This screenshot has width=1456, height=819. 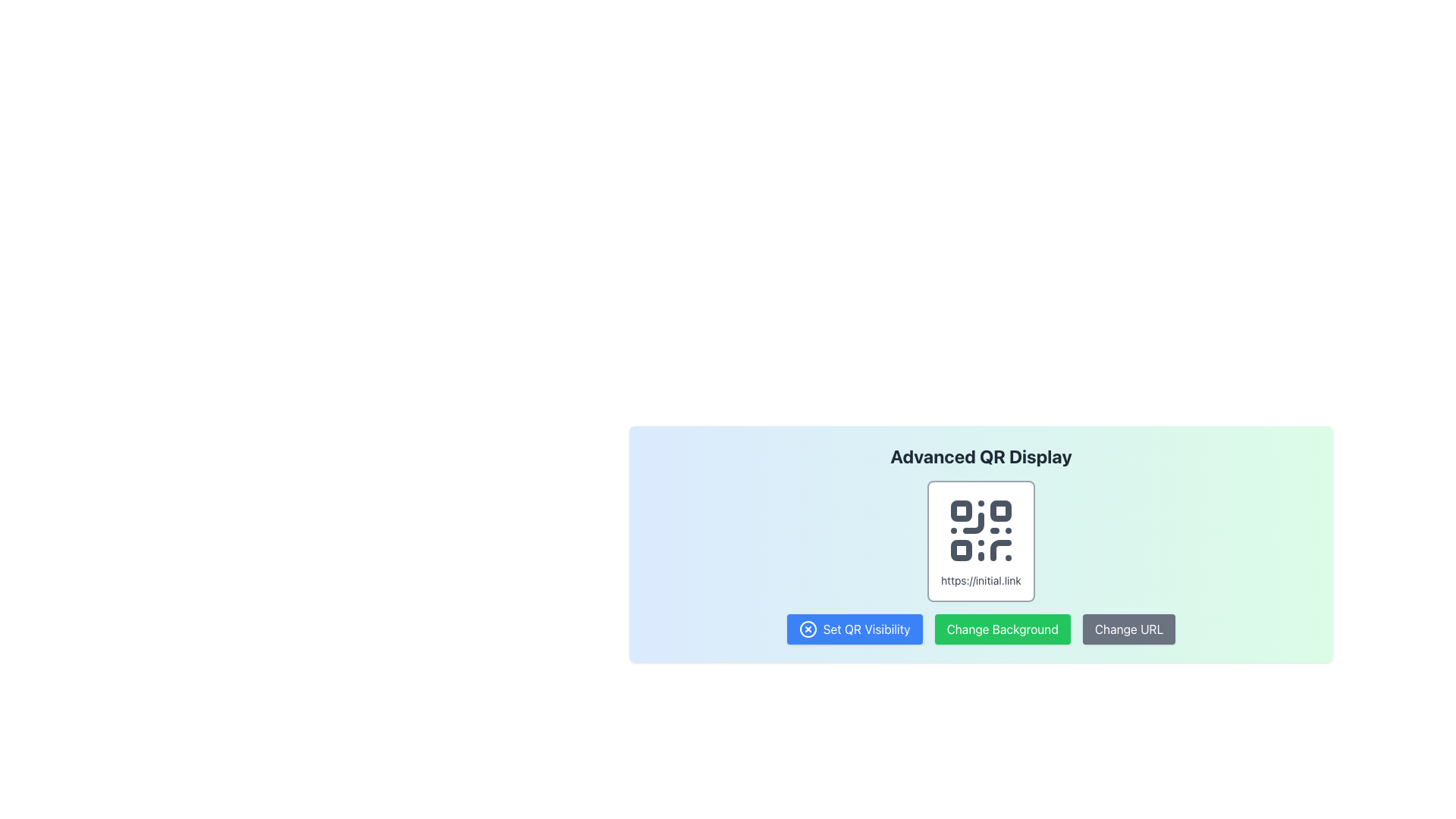 What do you see at coordinates (960, 550) in the screenshot?
I see `the small square element with rounded corners located in the bottom-left part of the QR code in the center of the interface` at bounding box center [960, 550].